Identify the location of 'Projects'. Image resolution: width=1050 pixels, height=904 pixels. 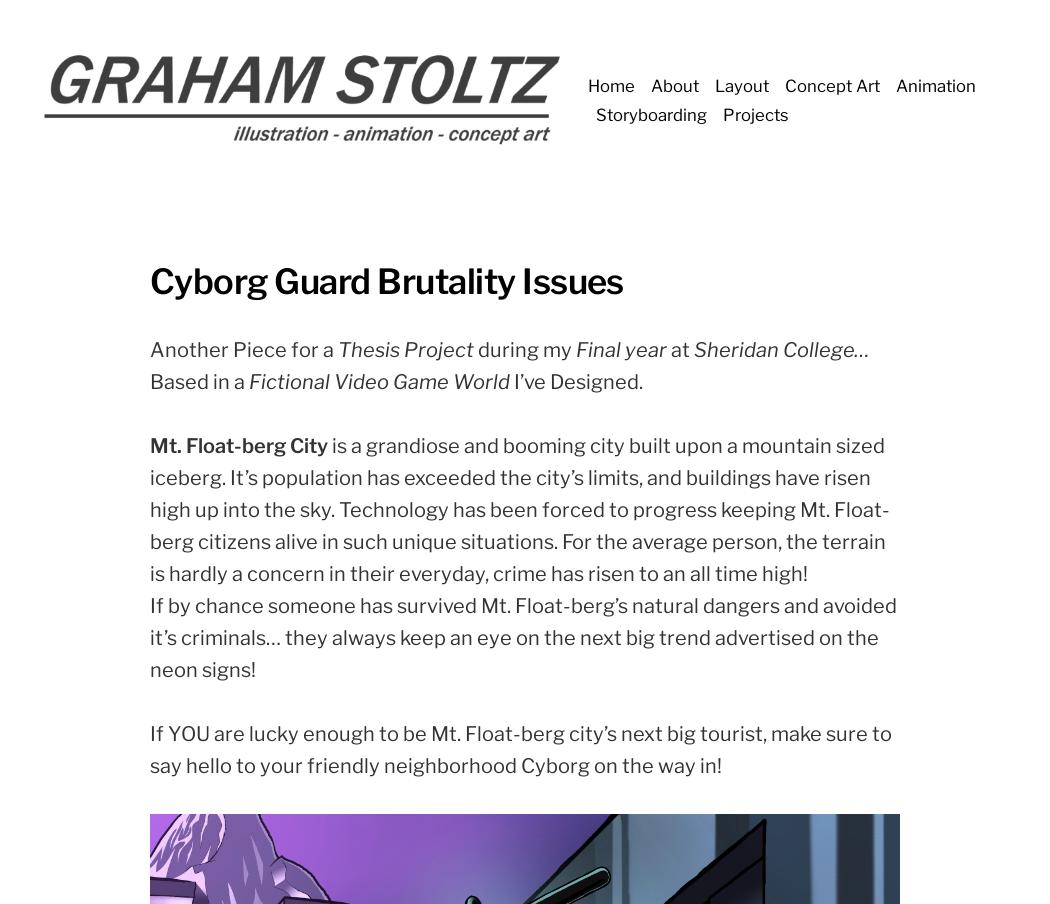
(722, 113).